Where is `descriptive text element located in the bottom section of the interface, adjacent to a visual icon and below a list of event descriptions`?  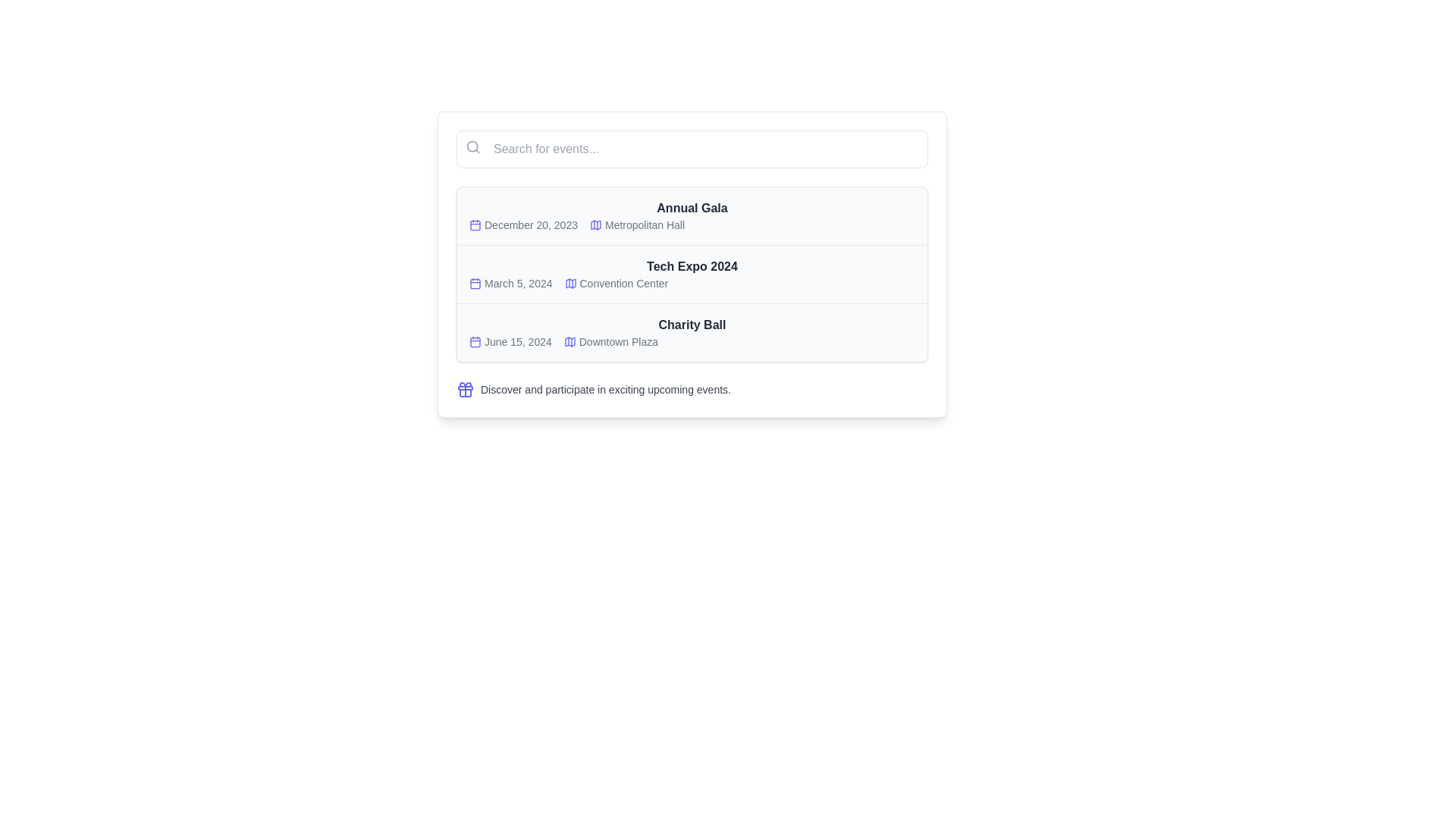 descriptive text element located in the bottom section of the interface, adjacent to a visual icon and below a list of event descriptions is located at coordinates (604, 388).